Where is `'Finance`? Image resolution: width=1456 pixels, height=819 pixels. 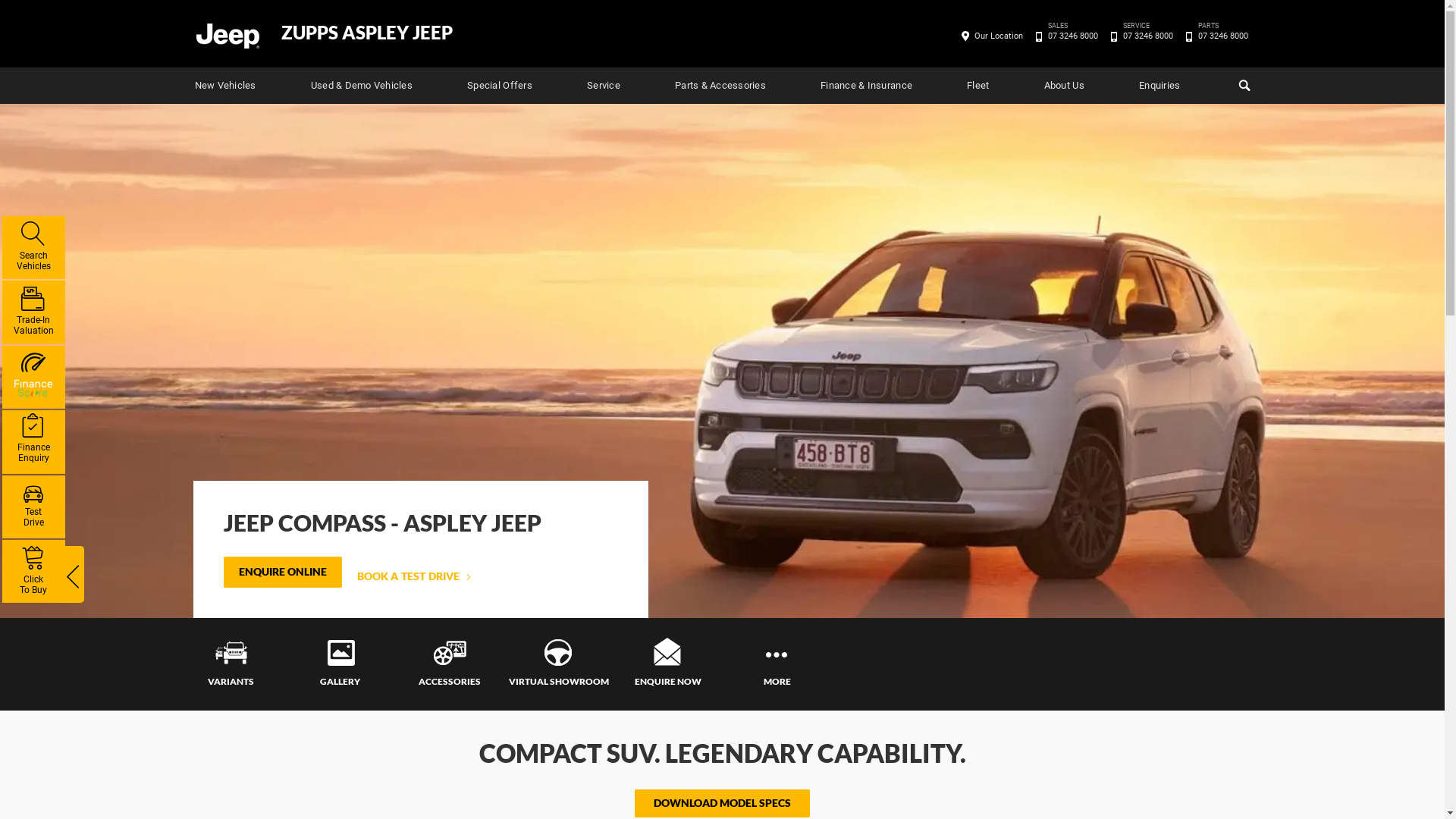
'Finance is located at coordinates (33, 441).